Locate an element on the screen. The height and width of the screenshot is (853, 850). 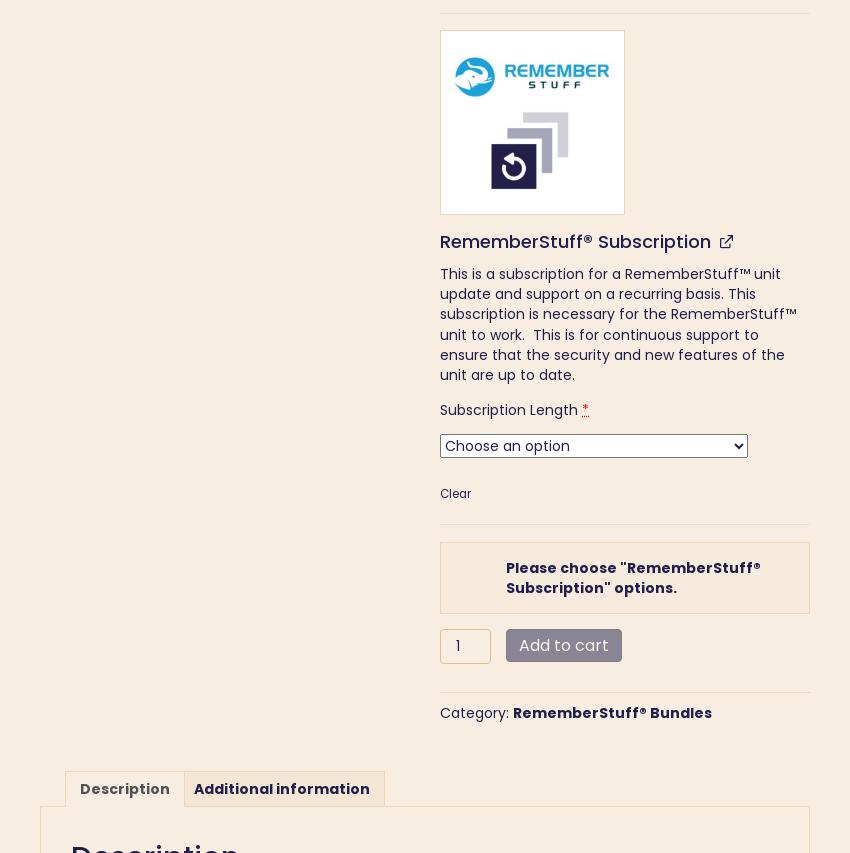
'Description' is located at coordinates (79, 788).